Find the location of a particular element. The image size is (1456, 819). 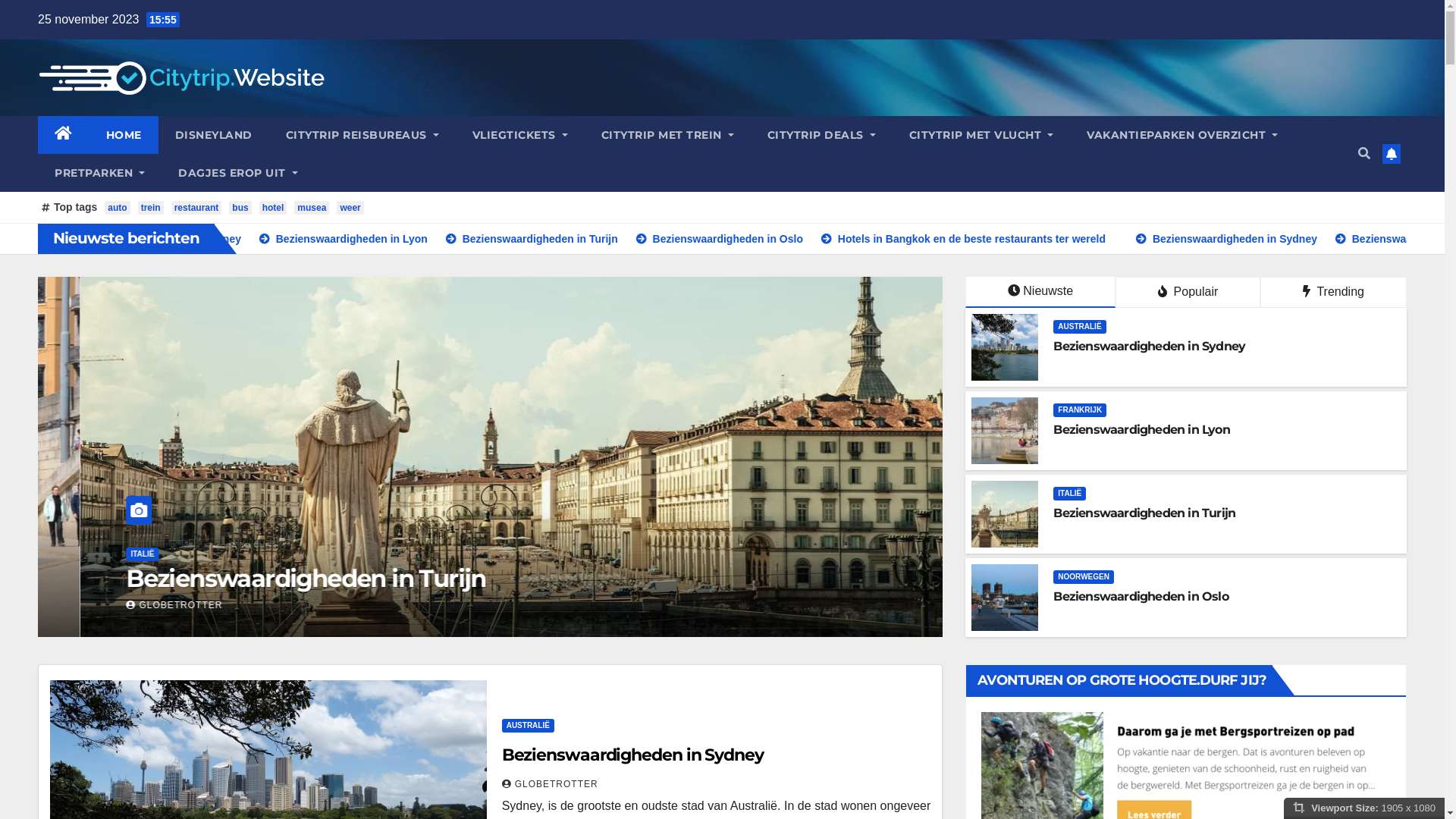

'bus' is located at coordinates (239, 207).